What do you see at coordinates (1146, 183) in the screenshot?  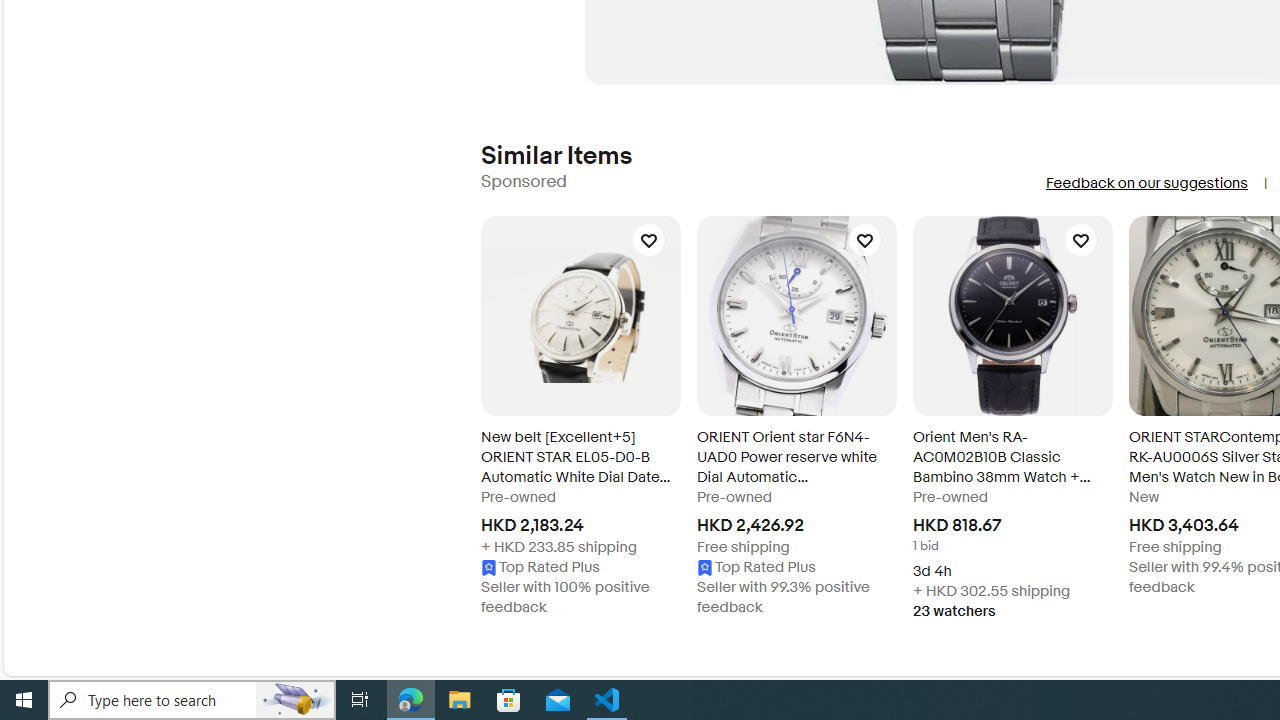 I see `'Feedback on our suggestions'` at bounding box center [1146, 183].